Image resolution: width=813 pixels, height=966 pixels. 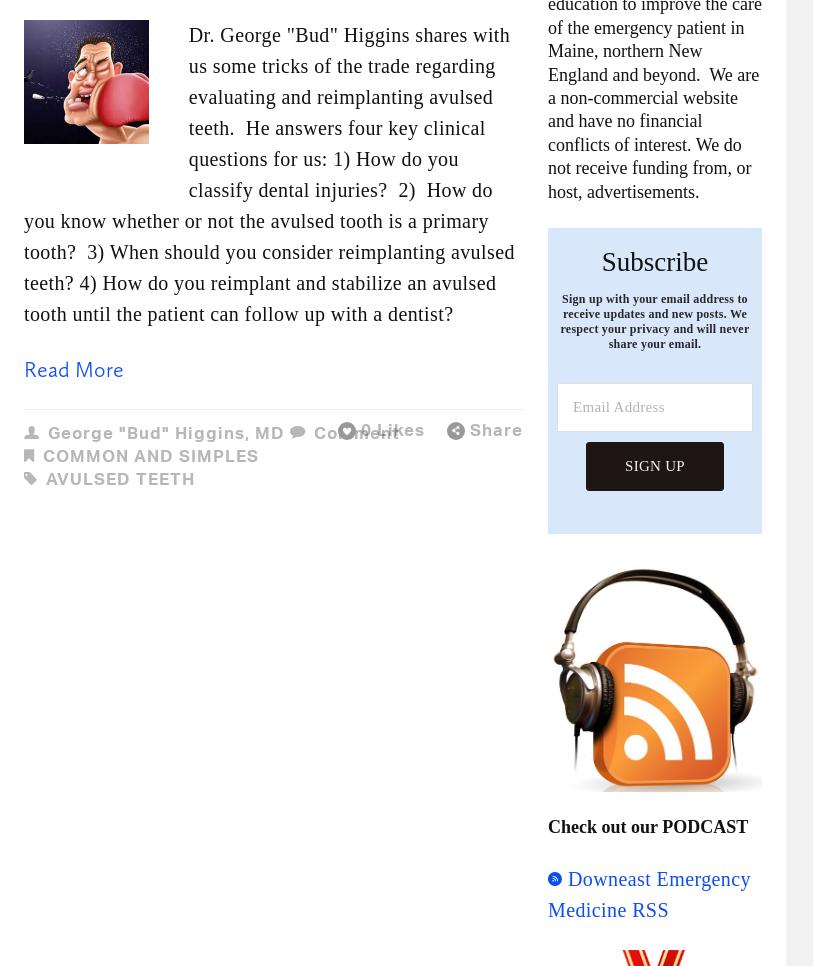 What do you see at coordinates (469, 428) in the screenshot?
I see `'Share'` at bounding box center [469, 428].